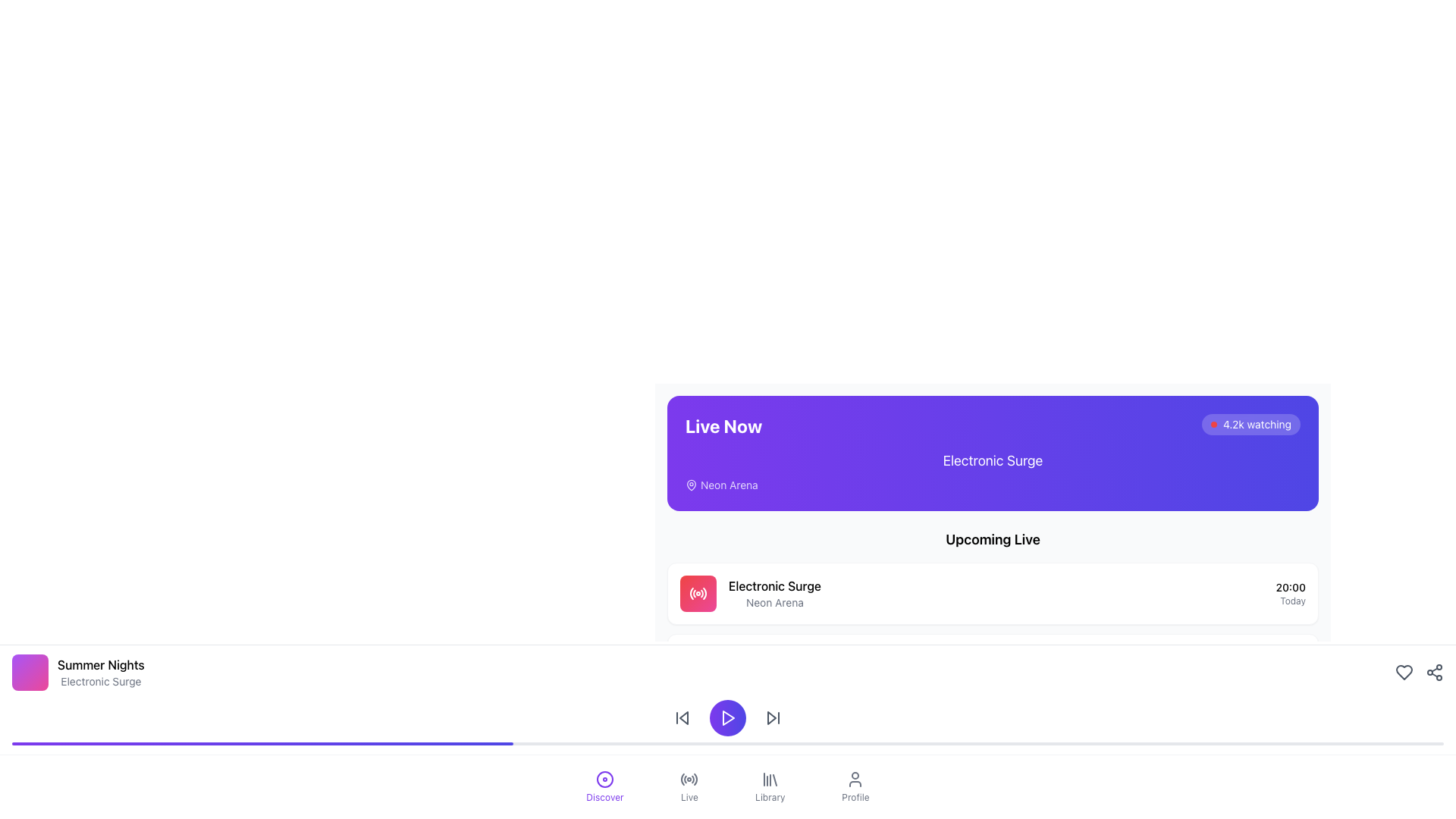 This screenshot has width=1456, height=819. Describe the element at coordinates (855, 797) in the screenshot. I see `the 'Profile' static text label located at the bottom-right corner of the interface, which serves as an identifier for the navigation section` at that location.